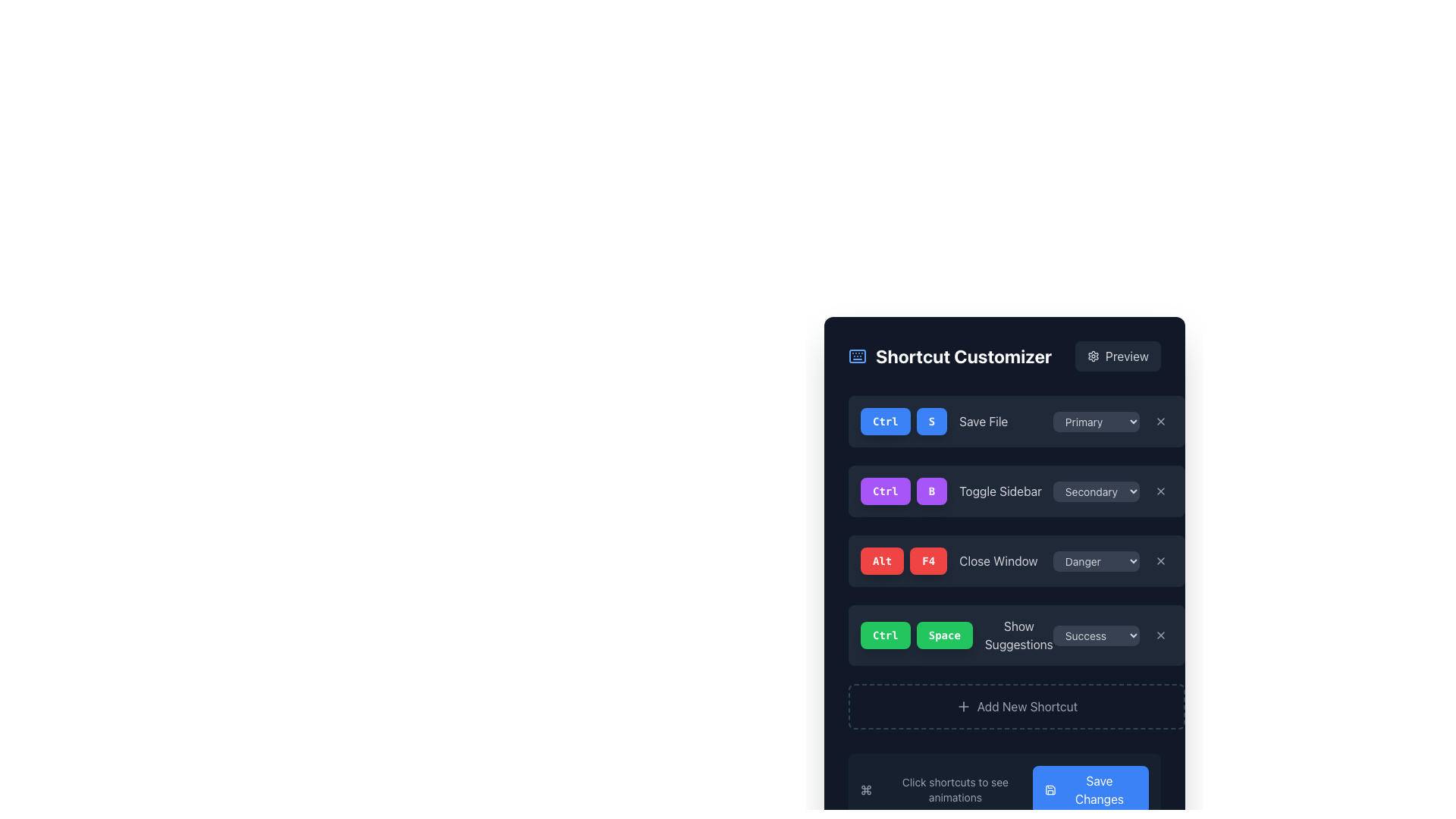 The image size is (1456, 819). Describe the element at coordinates (1159, 491) in the screenshot. I see `the close button located in the third row of the shortcut customizer interface, aligned to the right of the 'Toggle Sidebar' label and button group` at that location.